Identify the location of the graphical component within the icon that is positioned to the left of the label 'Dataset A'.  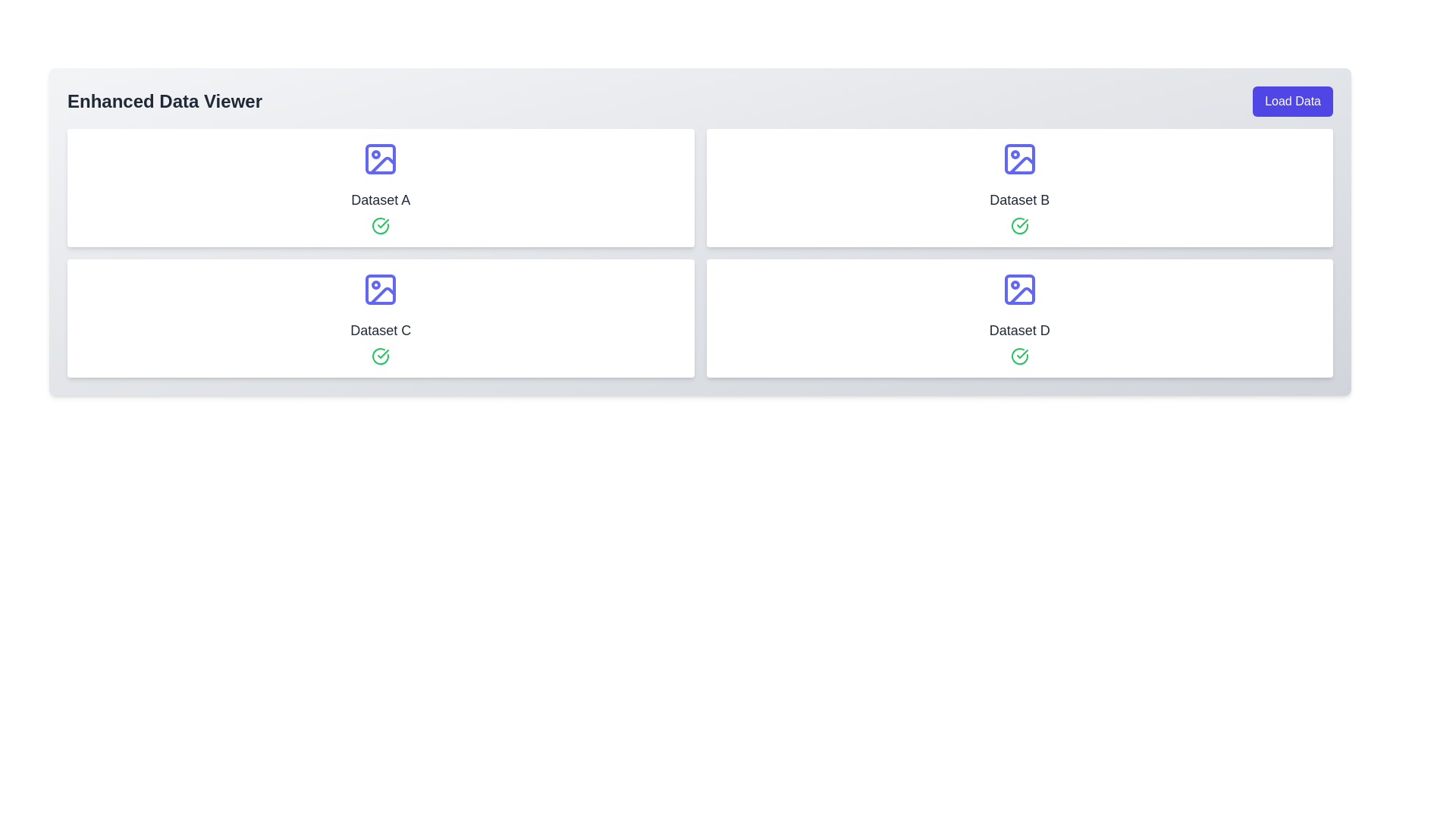
(381, 158).